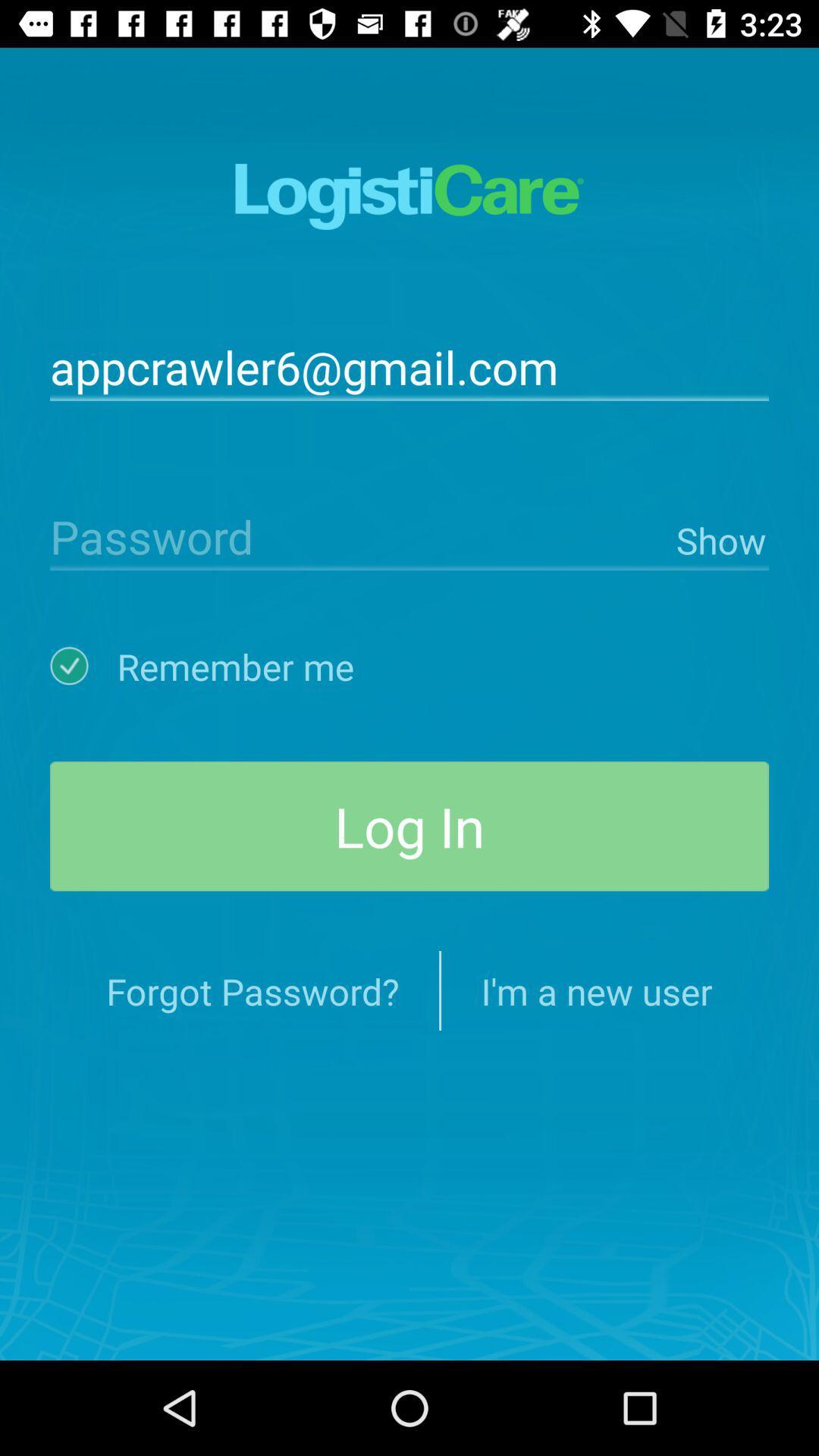  What do you see at coordinates (596, 990) in the screenshot?
I see `the icon at the bottom right corner` at bounding box center [596, 990].